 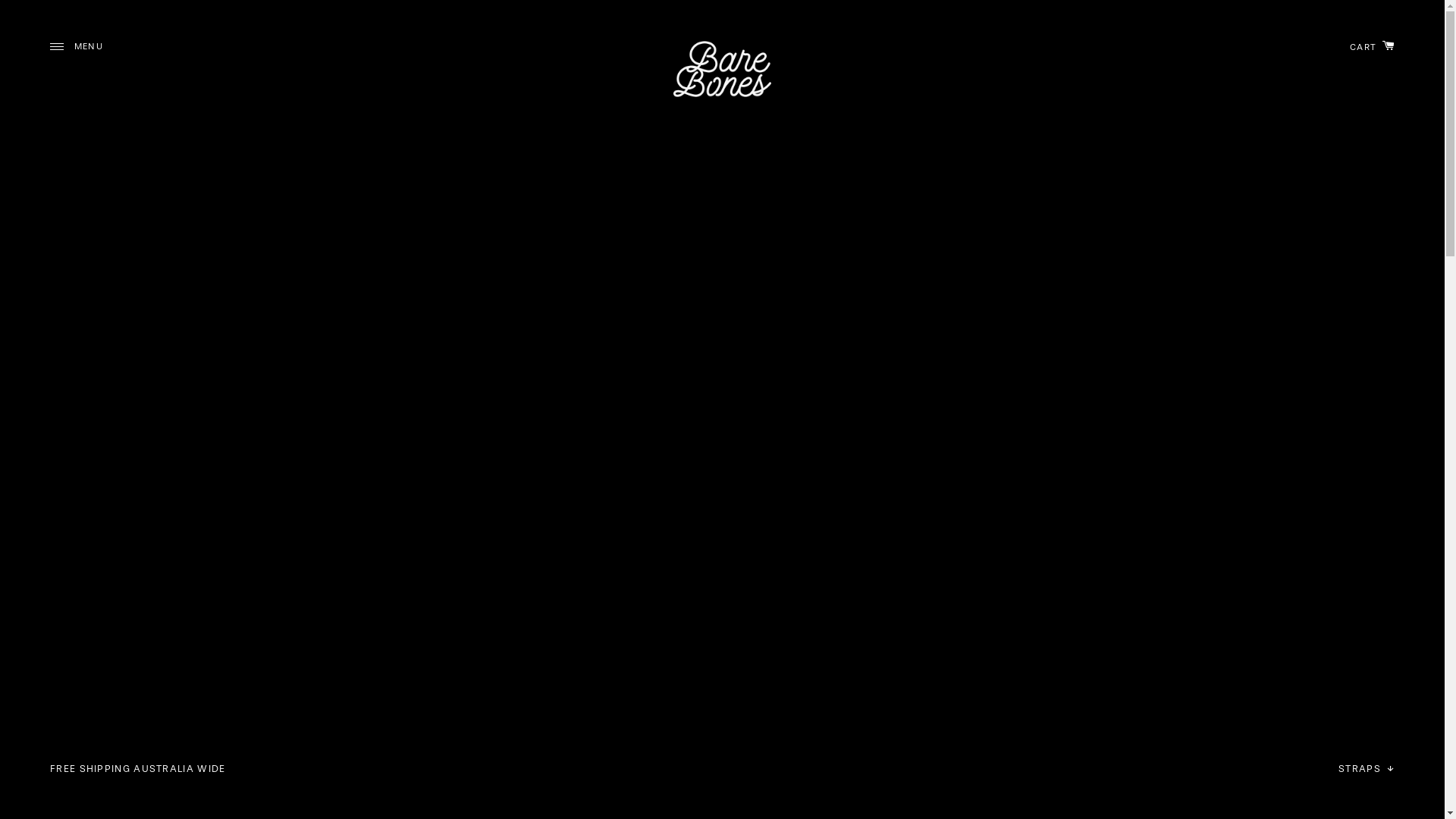 What do you see at coordinates (1366, 768) in the screenshot?
I see `'STRAPS'` at bounding box center [1366, 768].